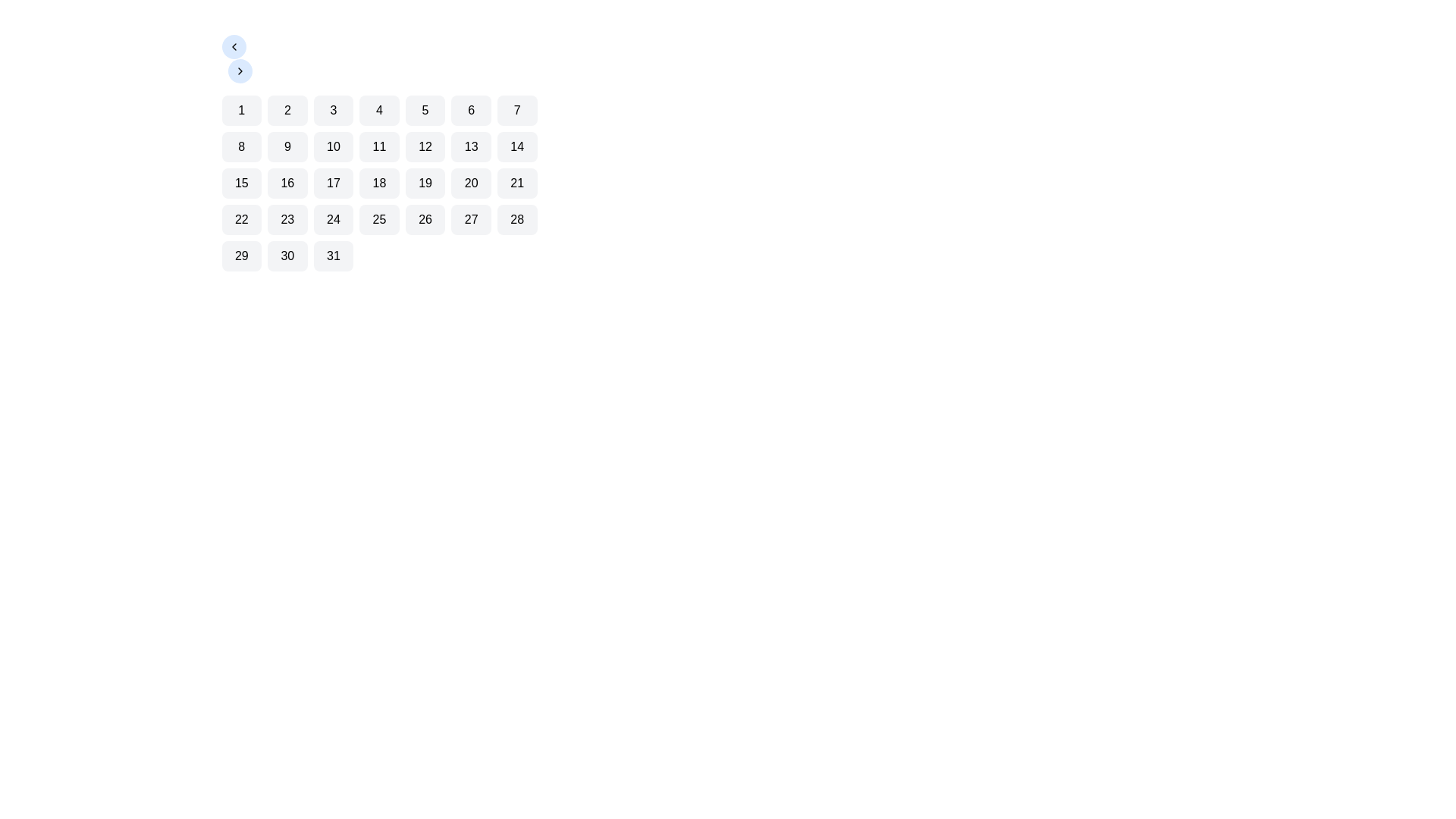  Describe the element at coordinates (470, 219) in the screenshot. I see `the button displaying the number '27' which is styled with a light gray background and black text, located in the fourth row and sixth column of the grid layout` at that location.